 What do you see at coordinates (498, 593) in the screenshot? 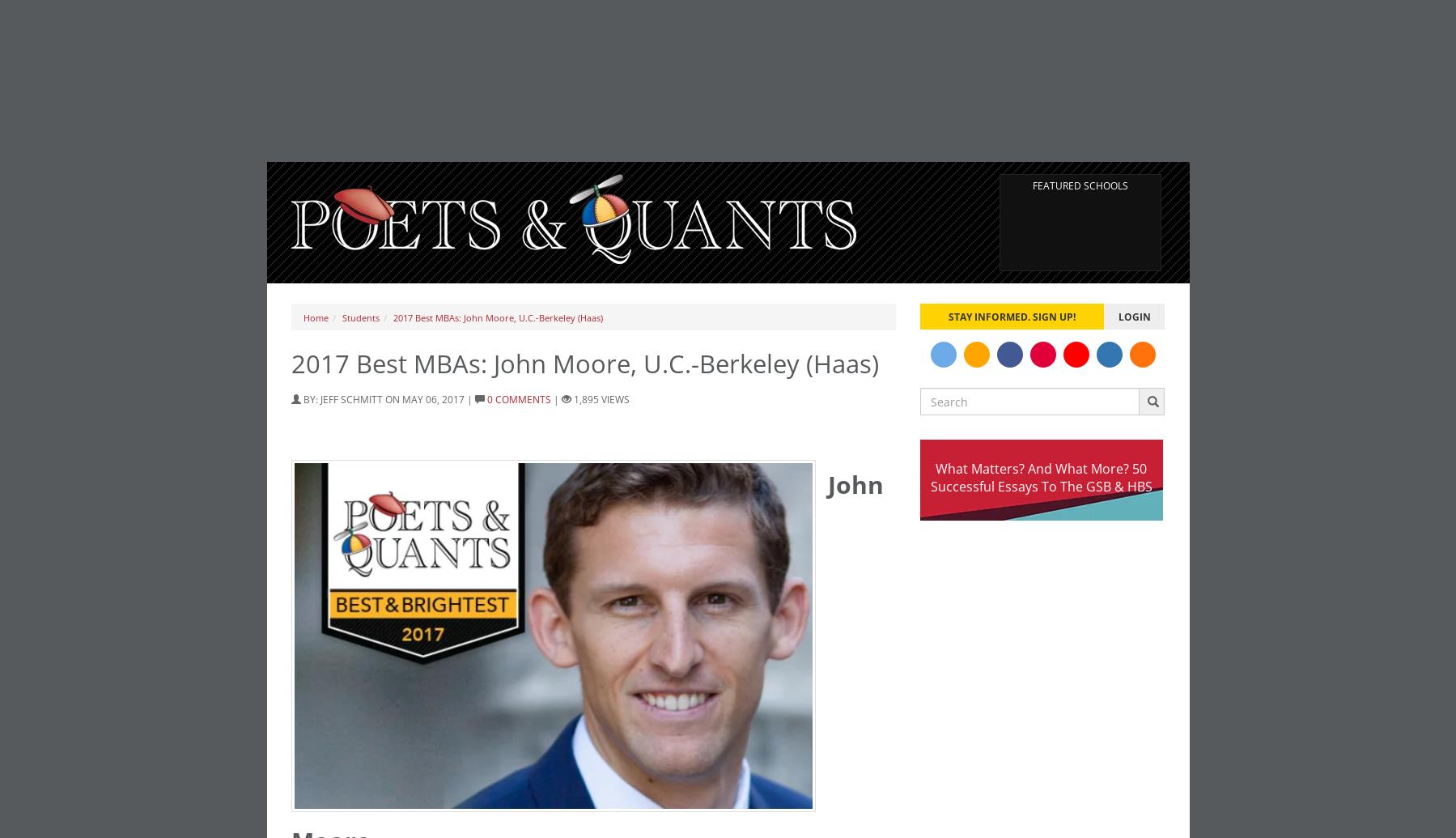
I see `'Taylor Swift'` at bounding box center [498, 593].